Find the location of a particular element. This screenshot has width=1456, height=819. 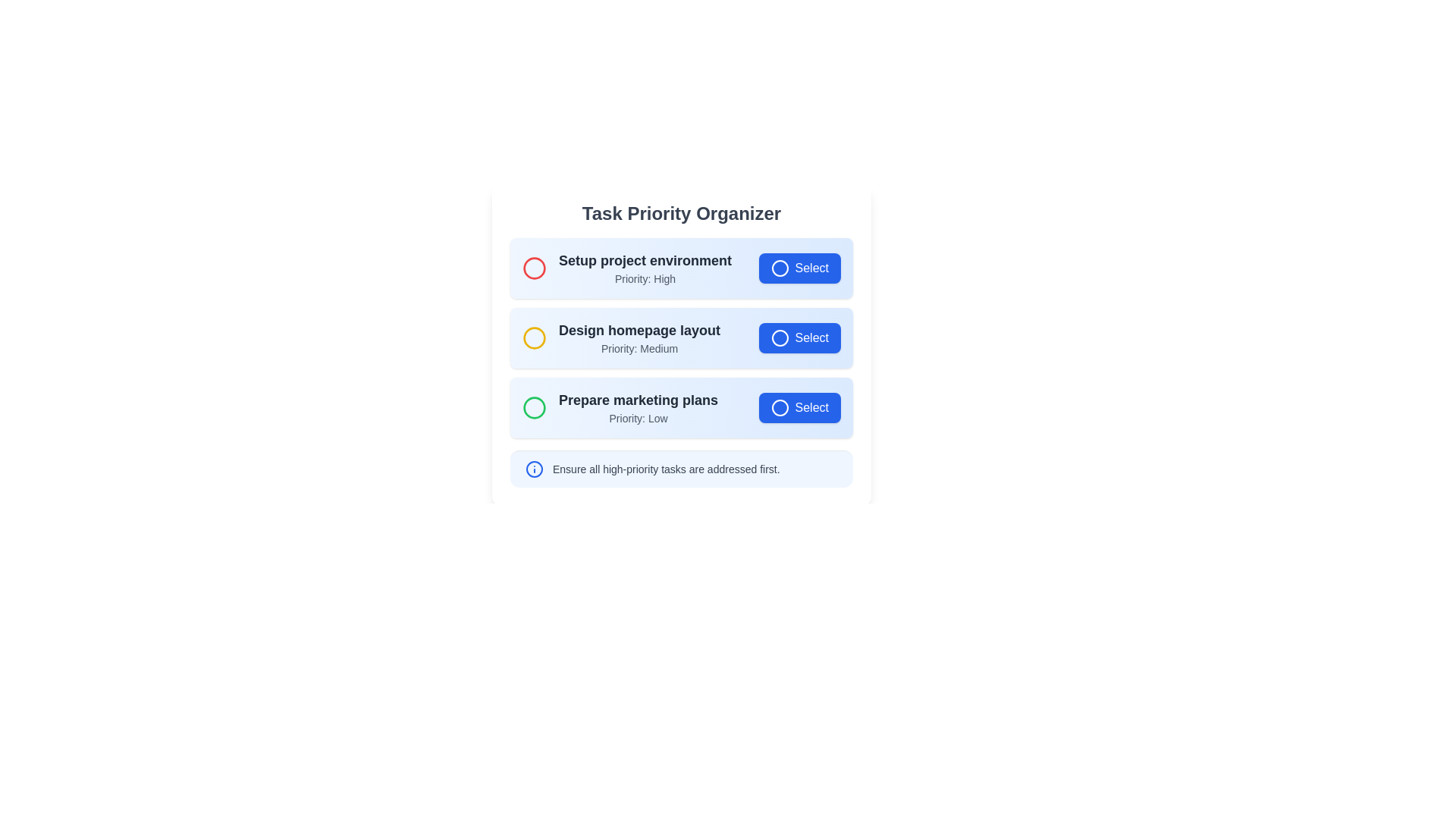

the text display showing 'Prepare marketing plans' with a green circular icon to its left, located within the third task entry of the 'Task Priority Organizer' list is located at coordinates (620, 406).